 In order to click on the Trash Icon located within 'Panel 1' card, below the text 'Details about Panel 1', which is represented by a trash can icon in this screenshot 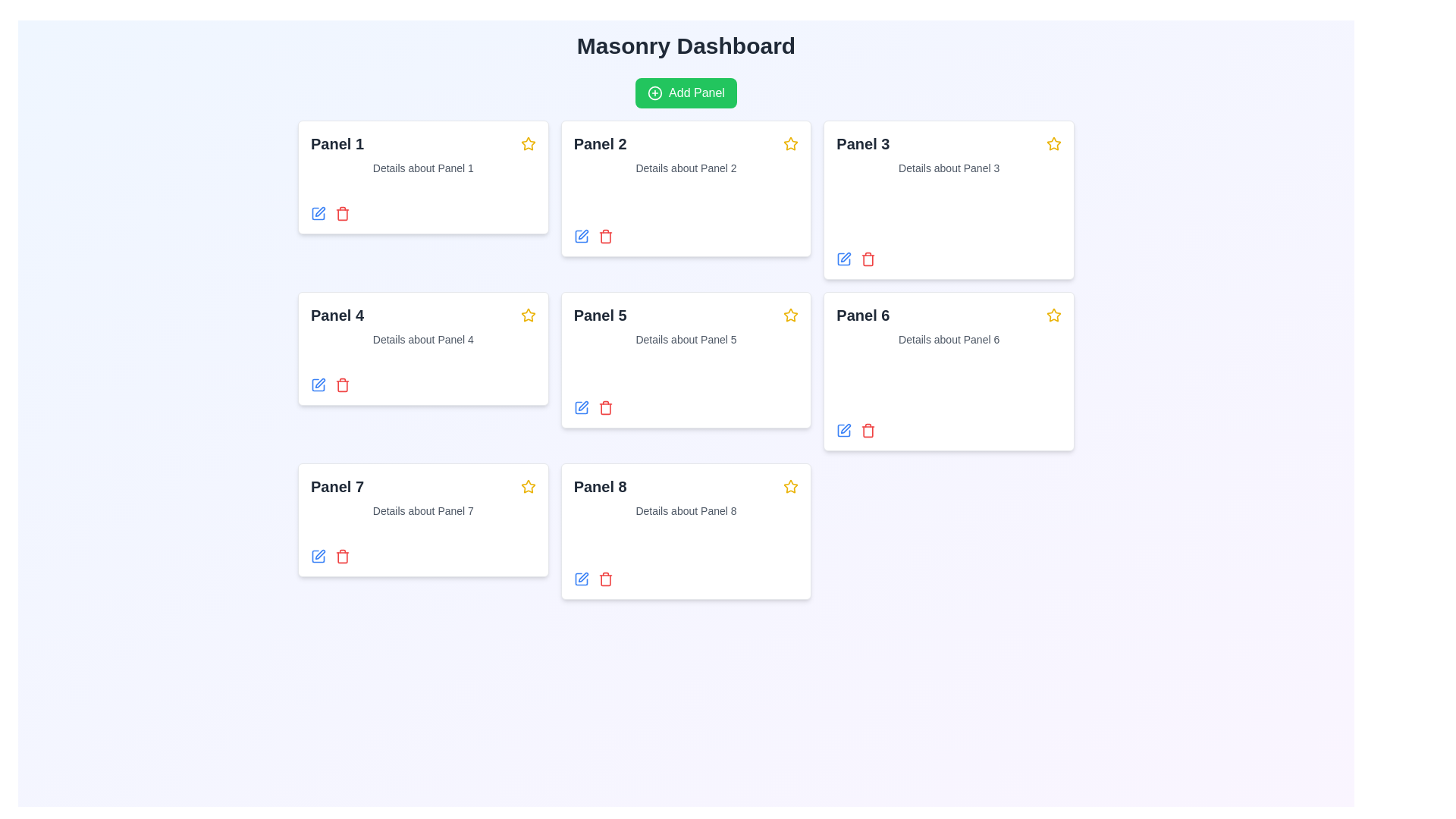, I will do `click(341, 214)`.